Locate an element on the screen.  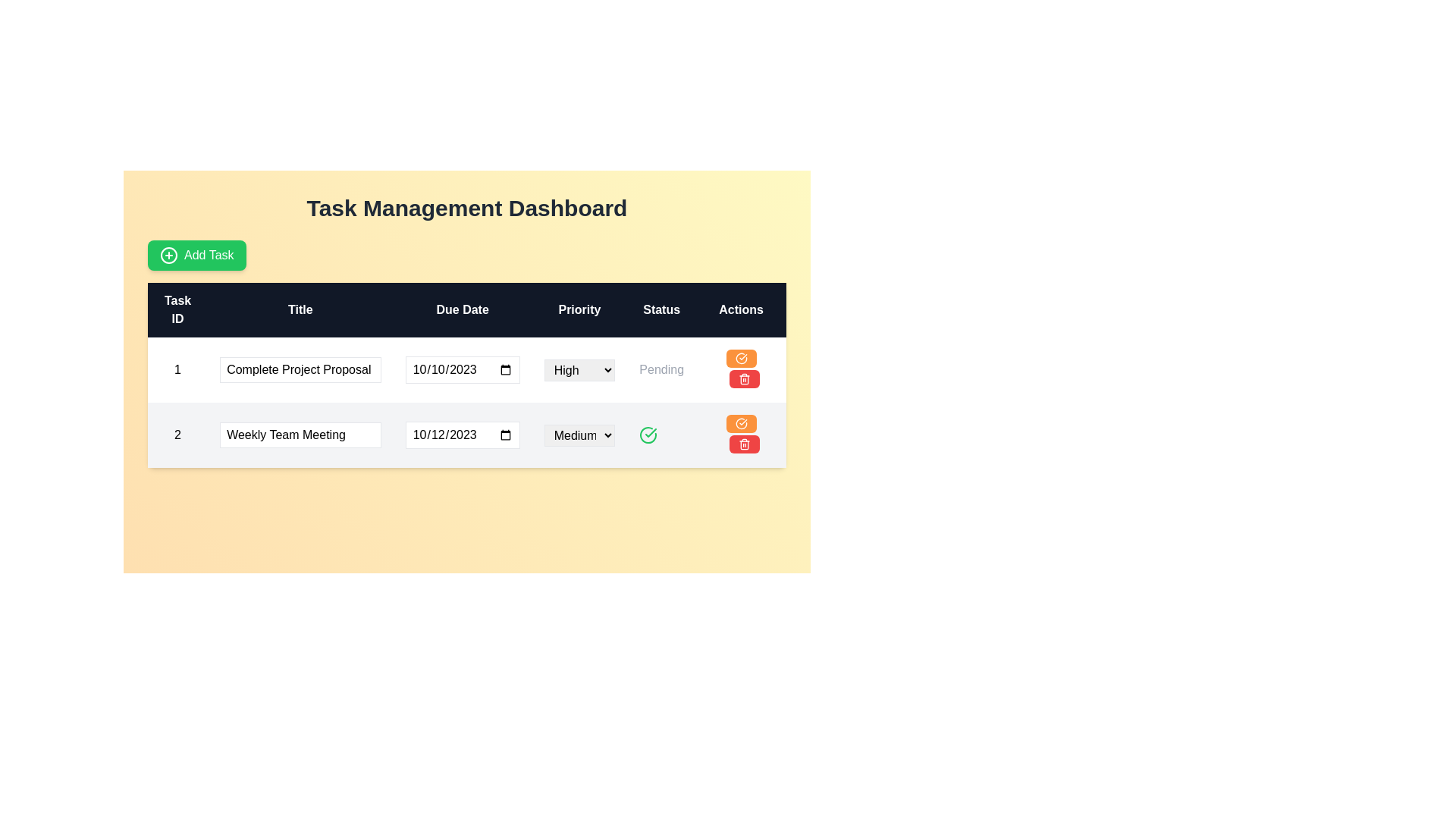
the 'Pending' status label in the 'Status' column of the task table for the task titled 'Complete Project Proposal' is located at coordinates (661, 369).